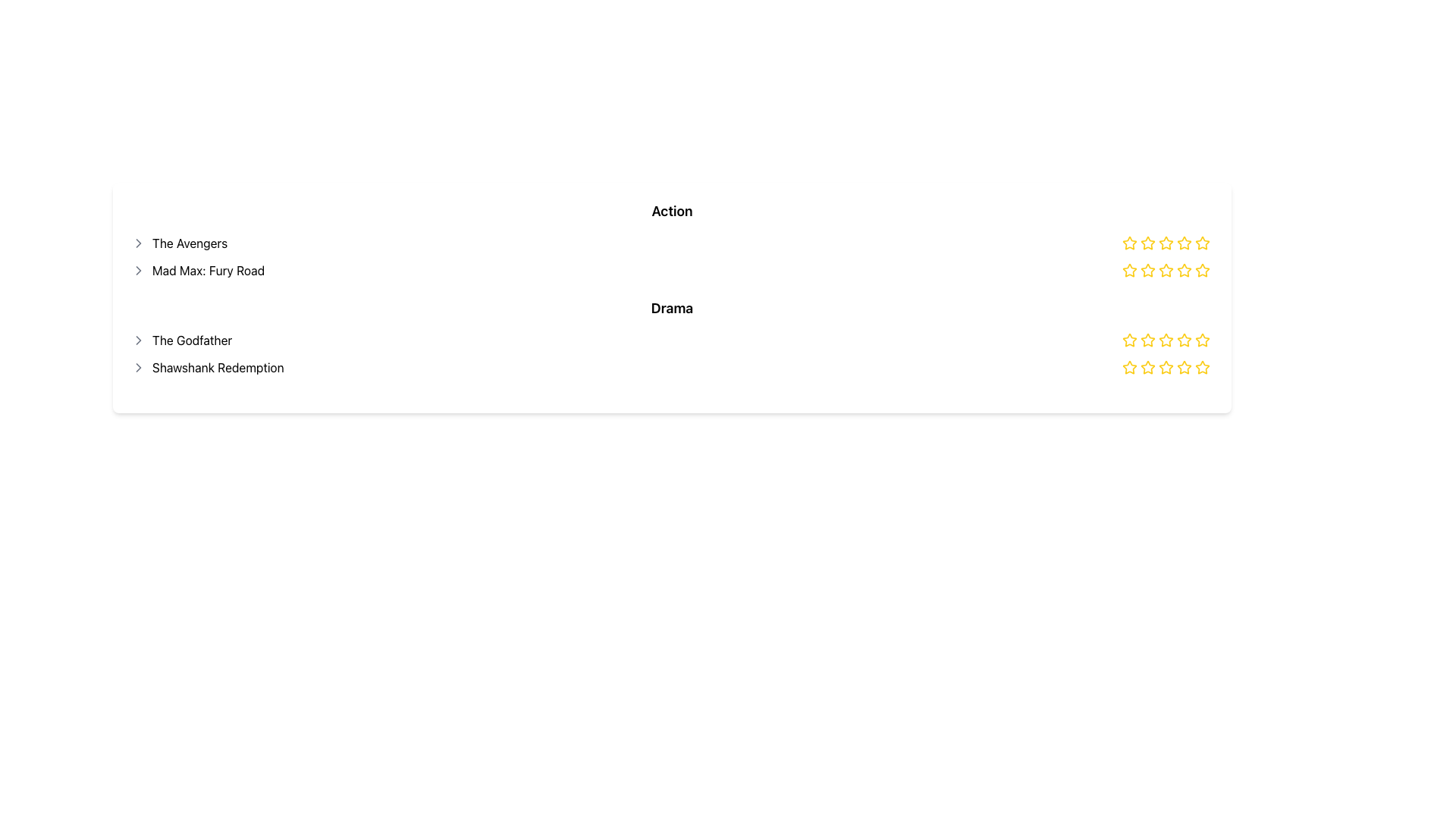 The image size is (1456, 819). Describe the element at coordinates (1164, 366) in the screenshot. I see `the third star in the five-star rating interface to give the movie 'Shawshank Redemption' a three-star rating` at that location.